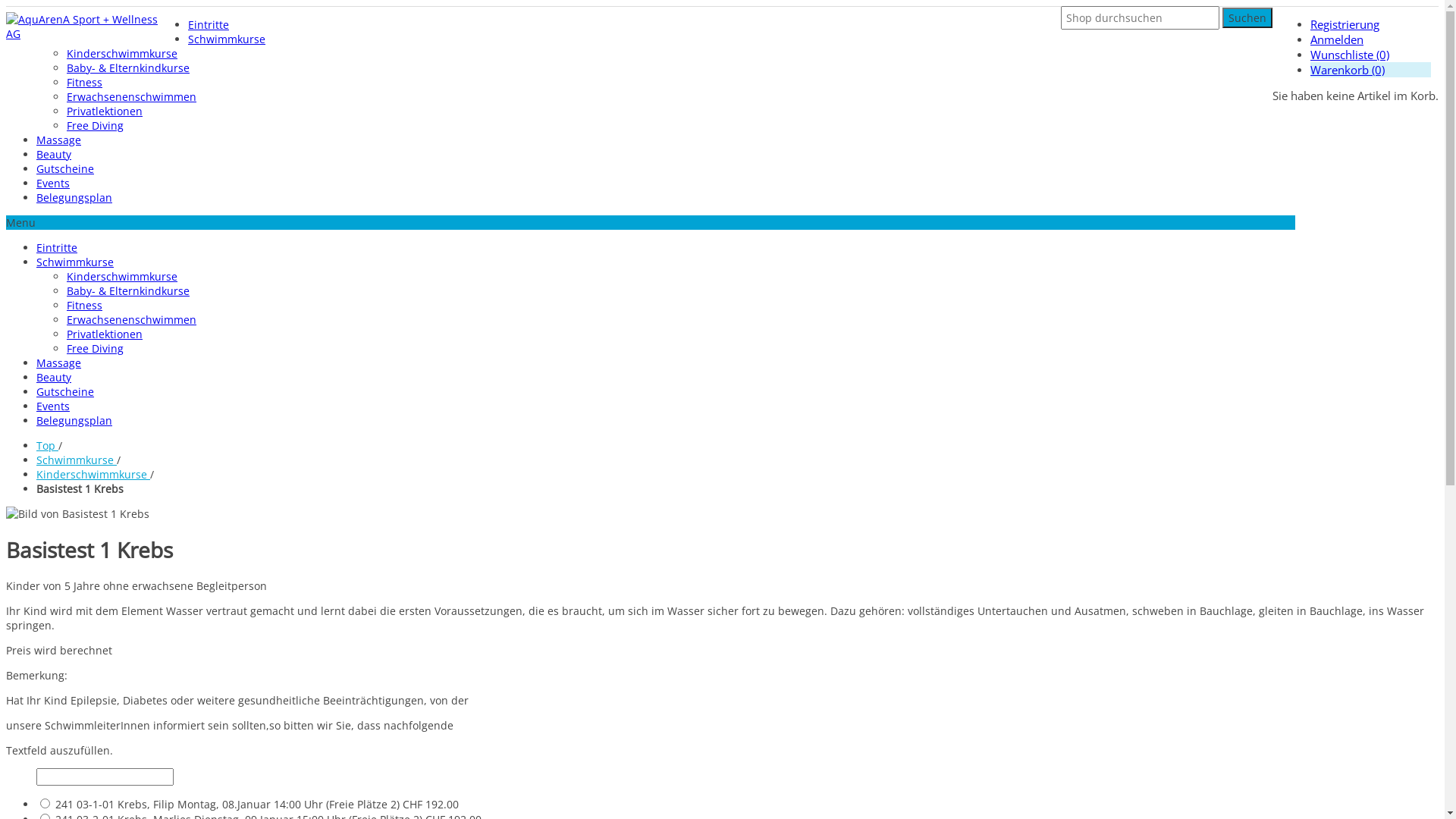  Describe the element at coordinates (94, 124) in the screenshot. I see `'Free Diving'` at that location.